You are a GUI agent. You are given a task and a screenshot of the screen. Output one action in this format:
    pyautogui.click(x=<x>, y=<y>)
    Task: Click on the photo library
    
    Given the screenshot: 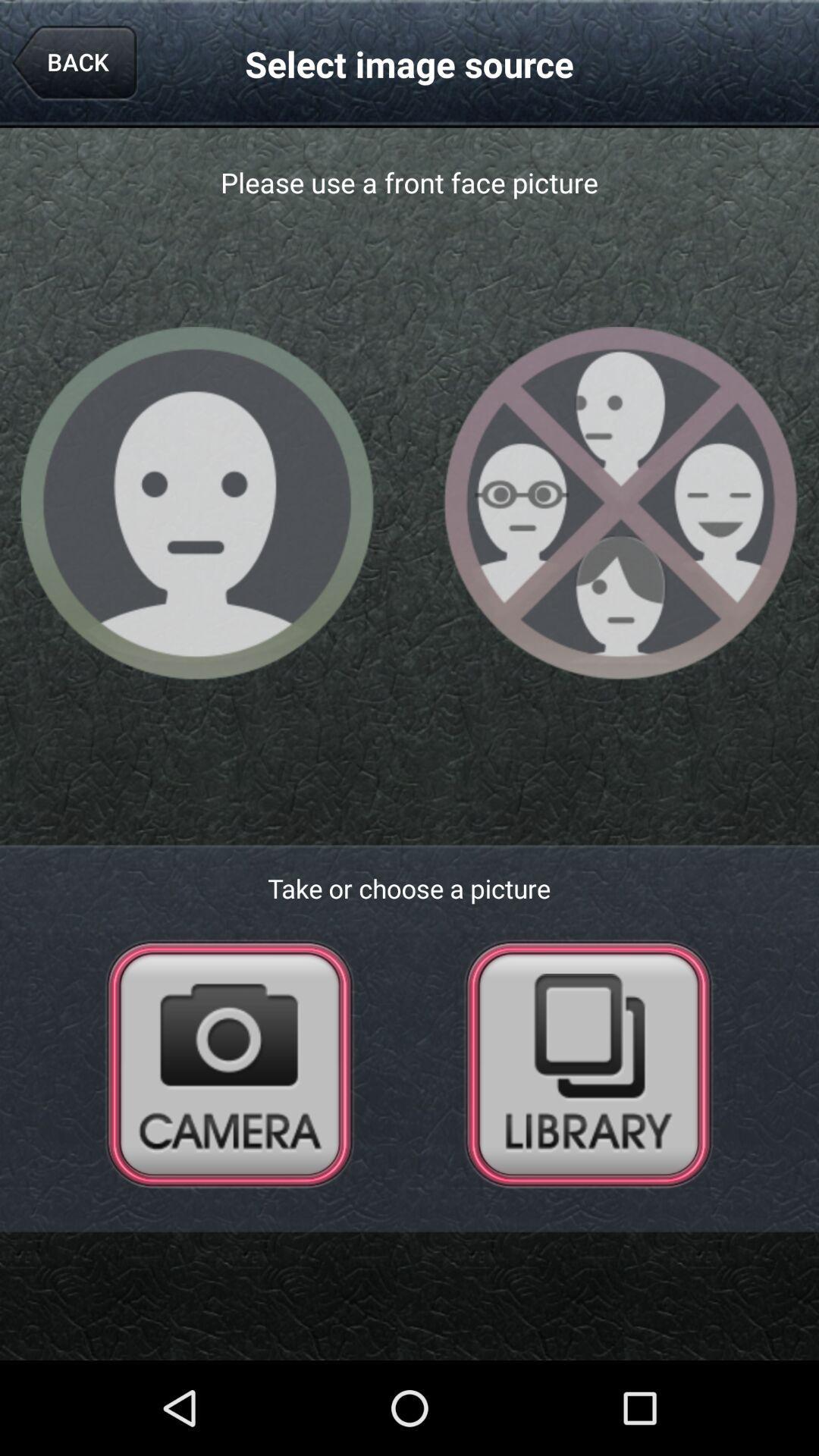 What is the action you would take?
    pyautogui.click(x=588, y=1062)
    